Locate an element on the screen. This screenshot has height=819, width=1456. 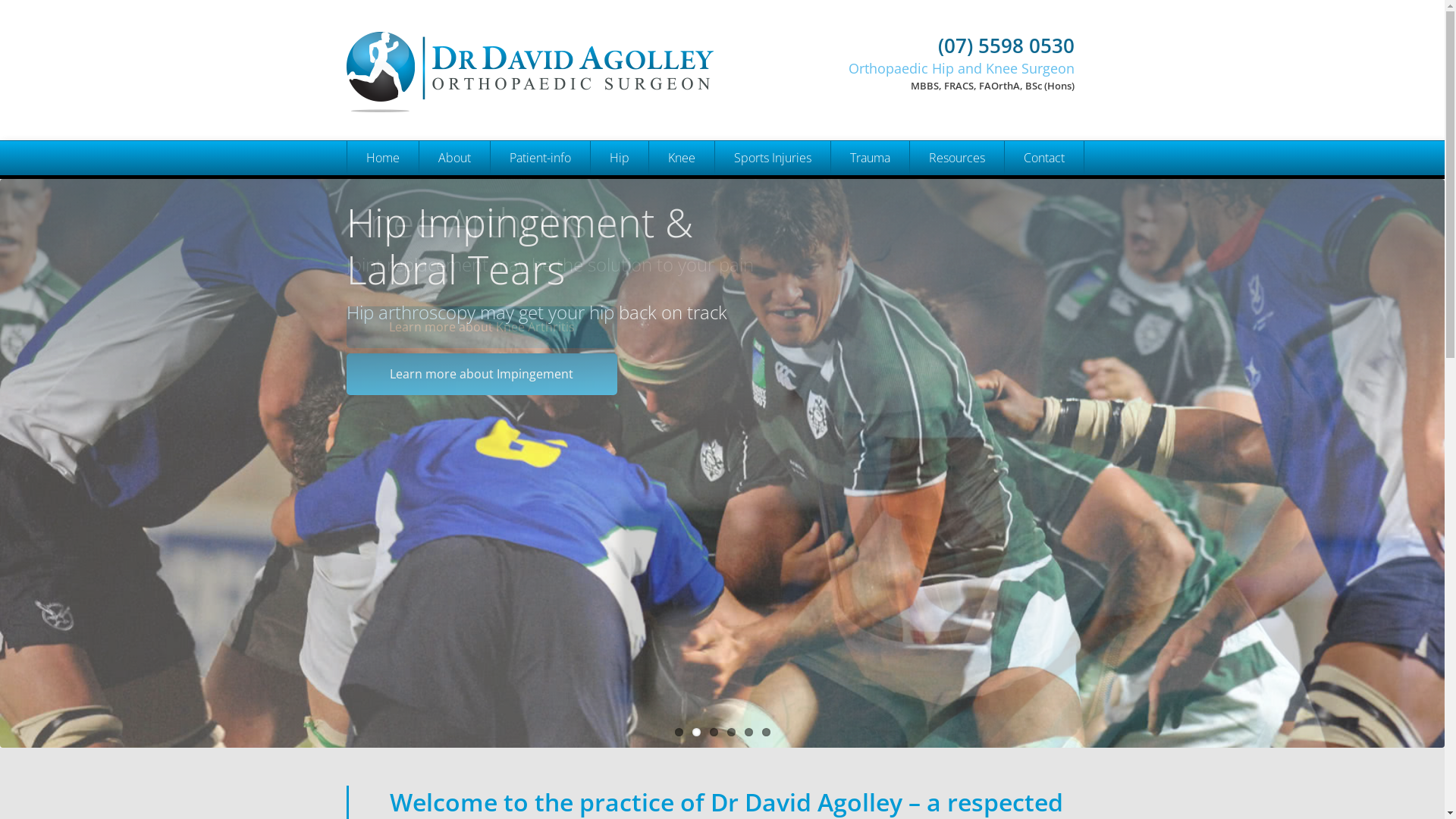
'Knee Meniscal Tear' is located at coordinates (772, 362).